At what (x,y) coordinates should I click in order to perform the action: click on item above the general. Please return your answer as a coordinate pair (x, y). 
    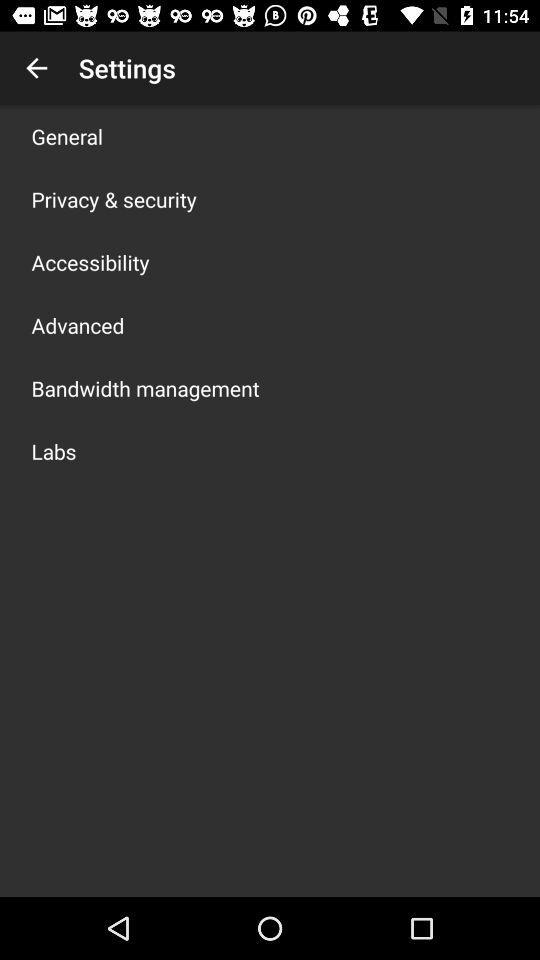
    Looking at the image, I should click on (36, 68).